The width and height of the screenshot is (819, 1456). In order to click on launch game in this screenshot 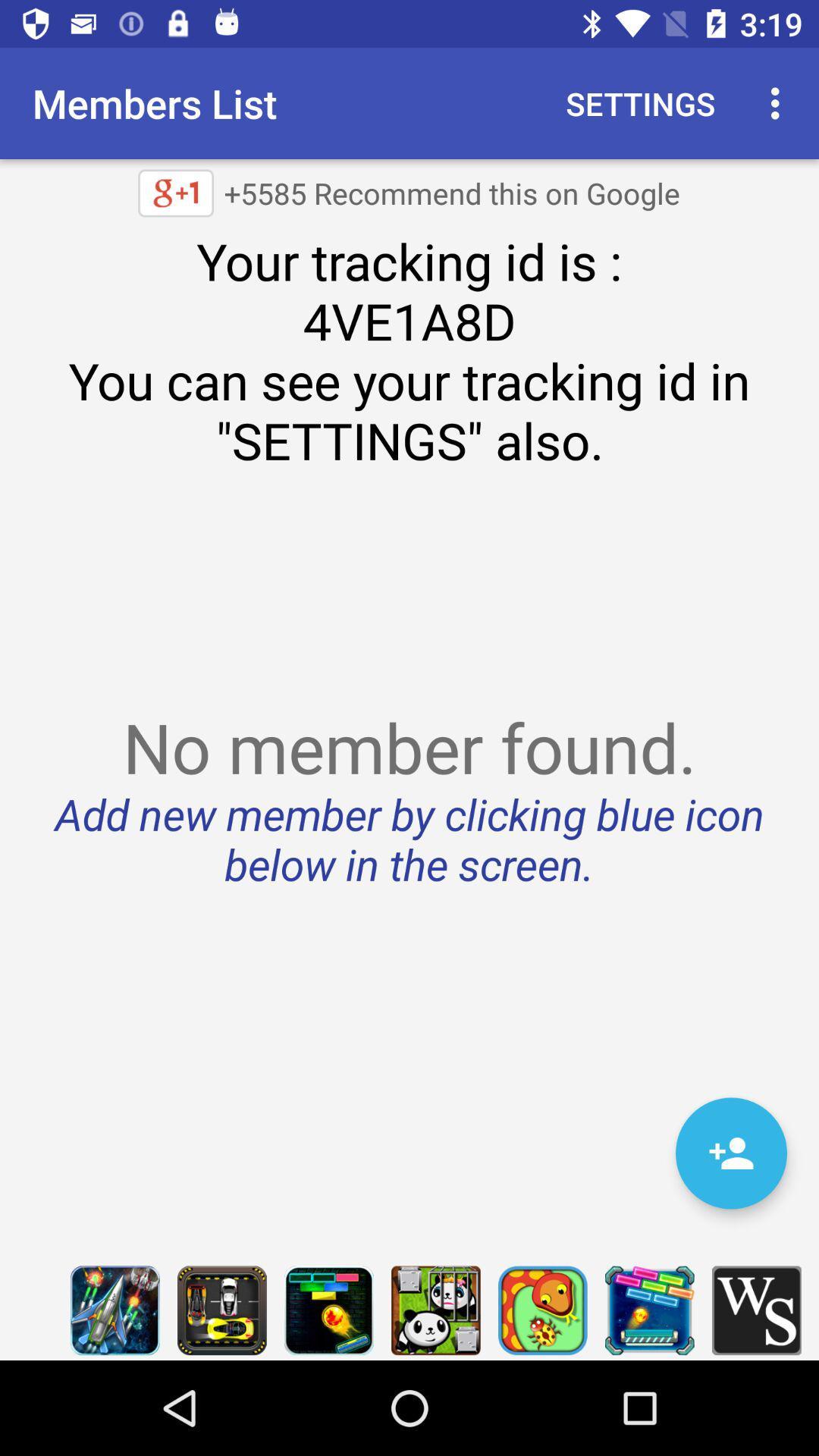, I will do `click(328, 1310)`.